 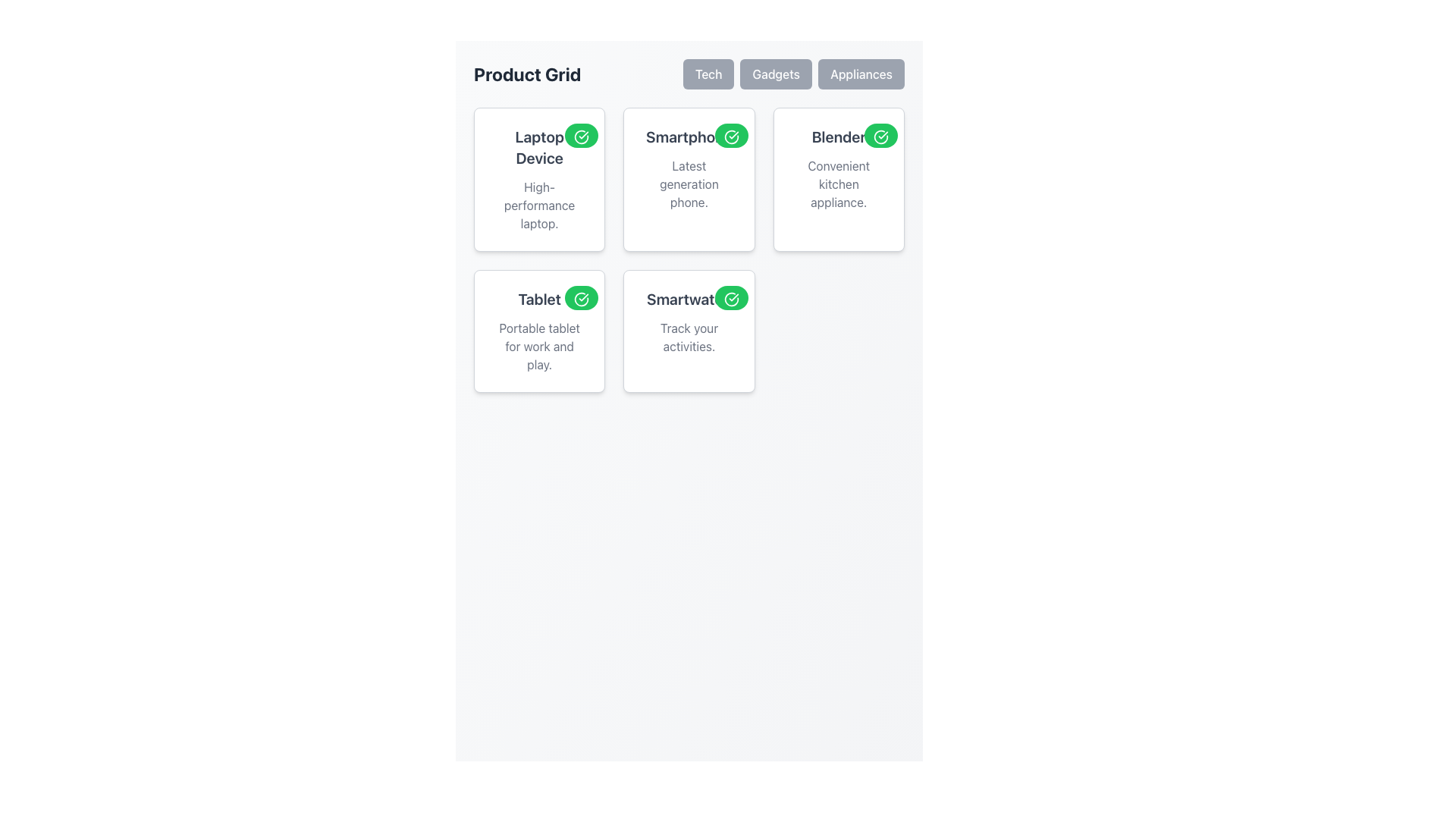 What do you see at coordinates (880, 136) in the screenshot?
I see `the confirmation status visually` at bounding box center [880, 136].